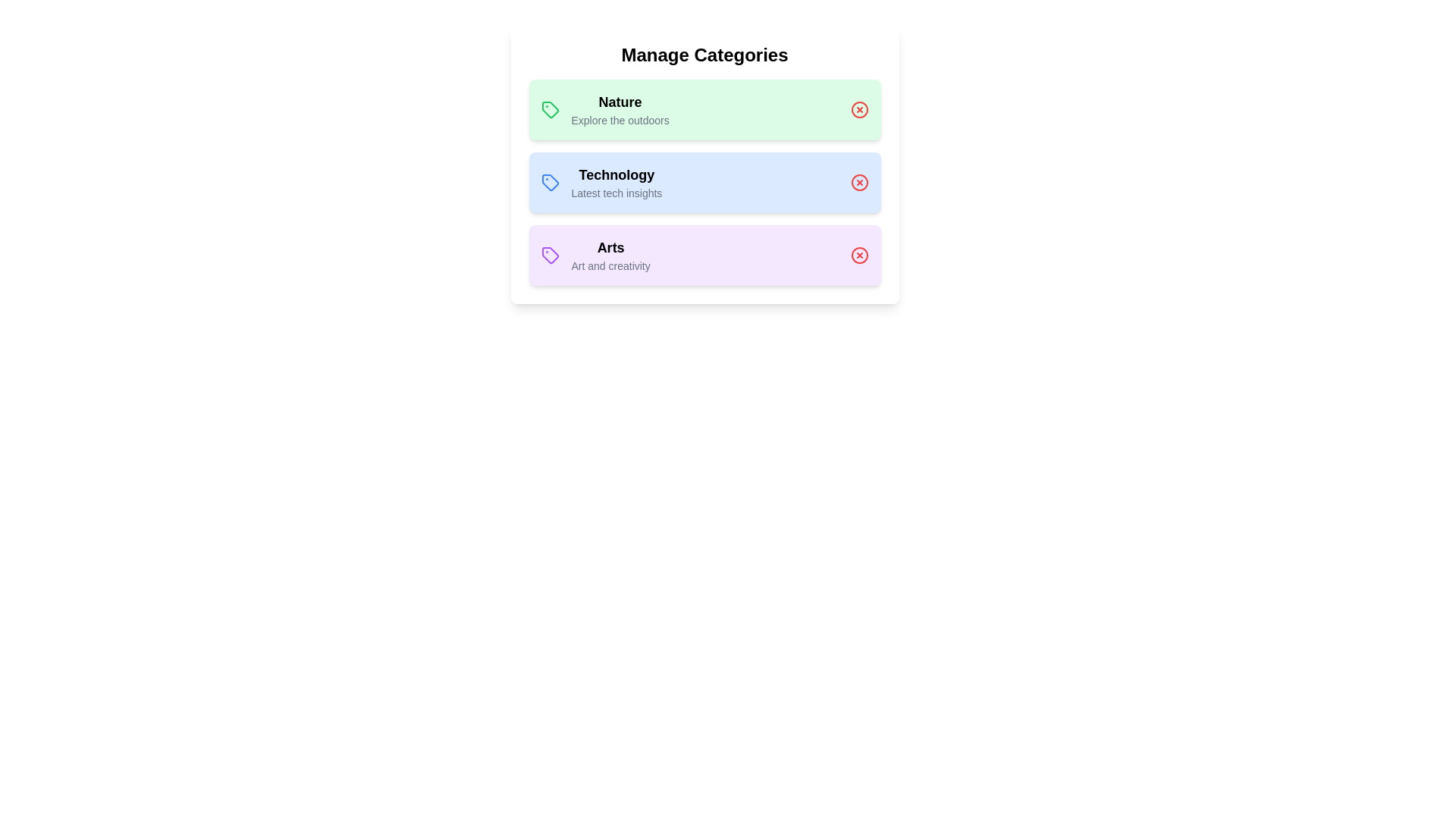  What do you see at coordinates (620, 102) in the screenshot?
I see `the text of the category 'Nature' to select it` at bounding box center [620, 102].